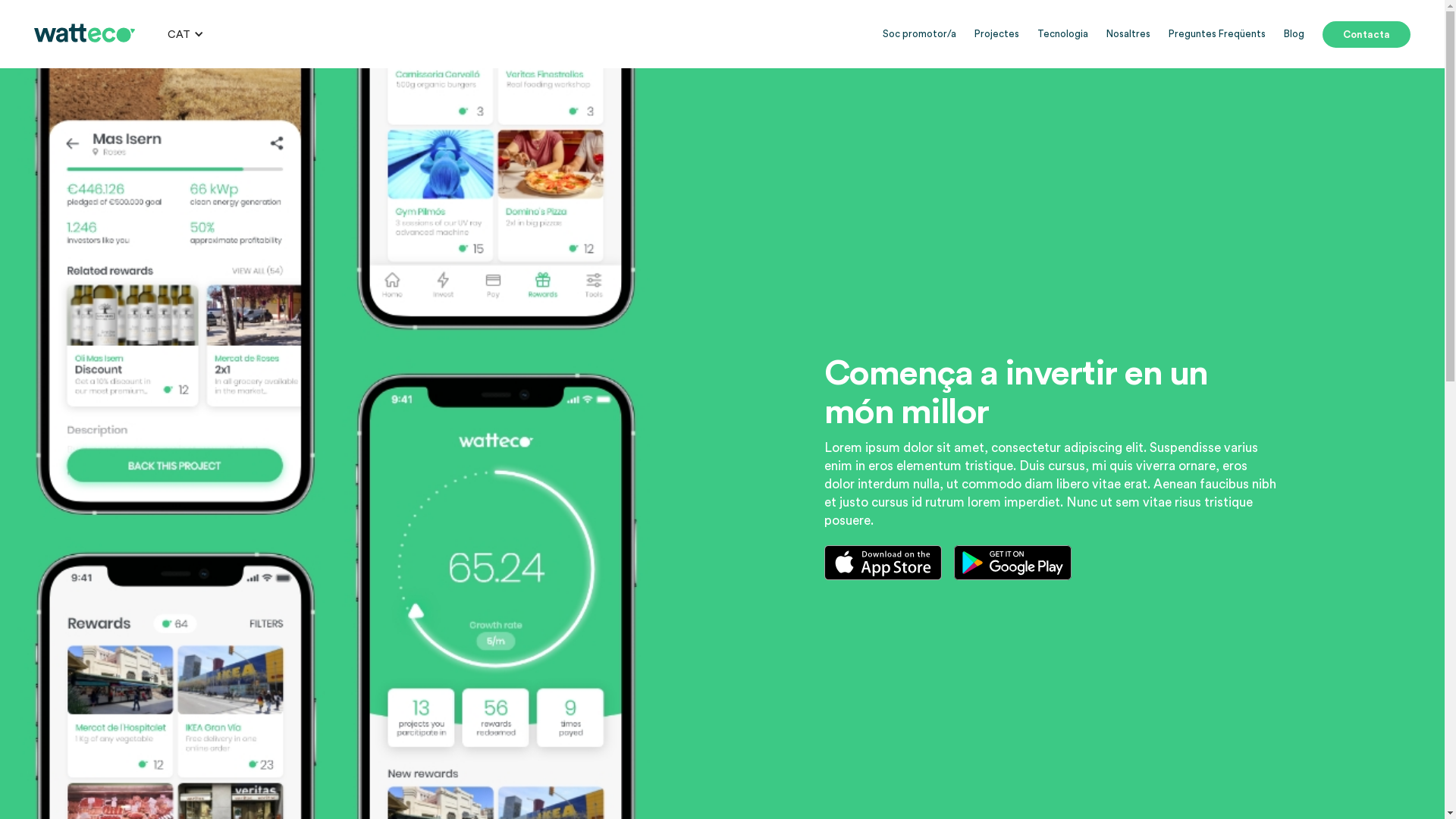  I want to click on 'Projectes', so click(996, 34).